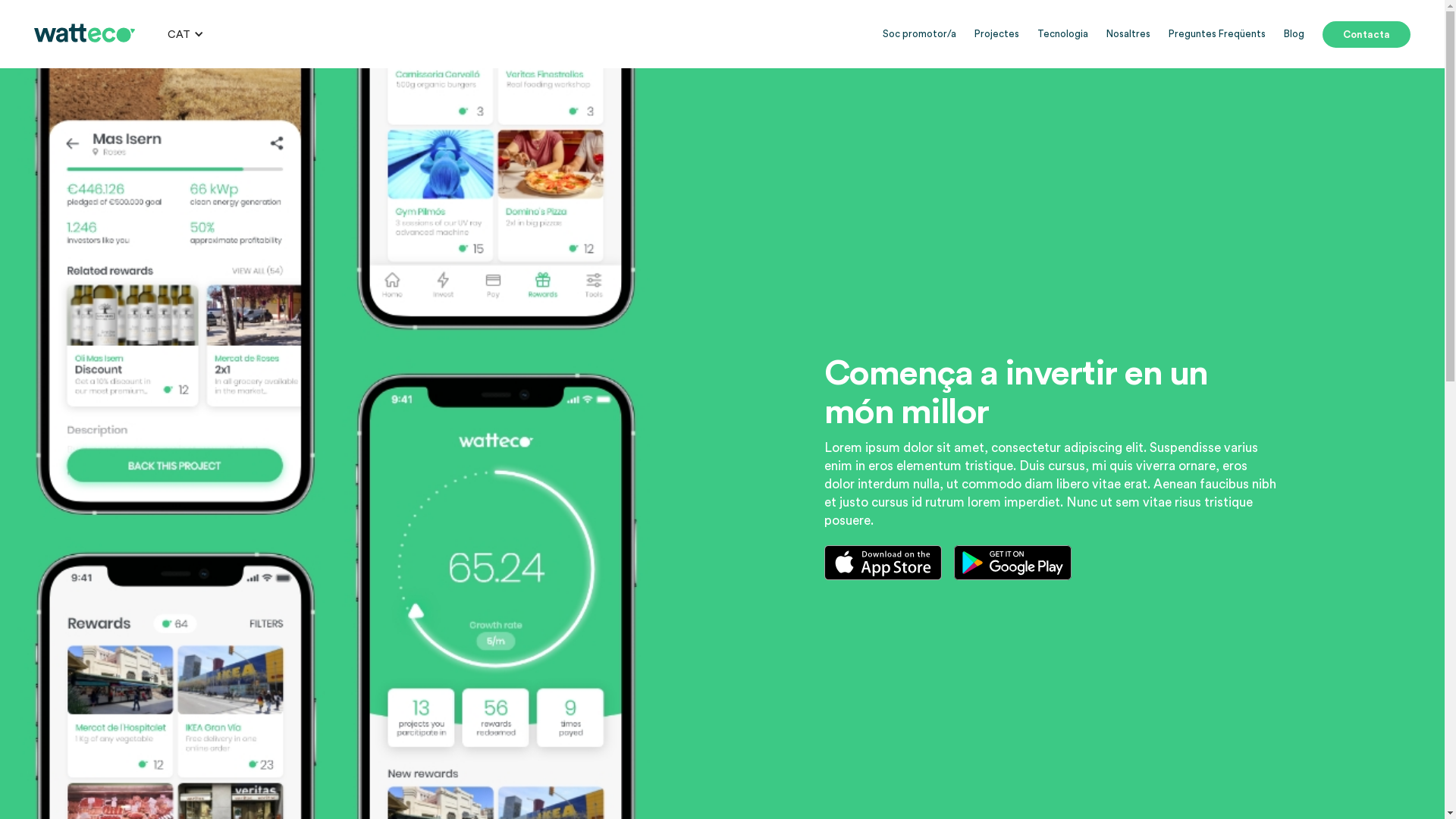  I want to click on 'Projectes', so click(996, 34).